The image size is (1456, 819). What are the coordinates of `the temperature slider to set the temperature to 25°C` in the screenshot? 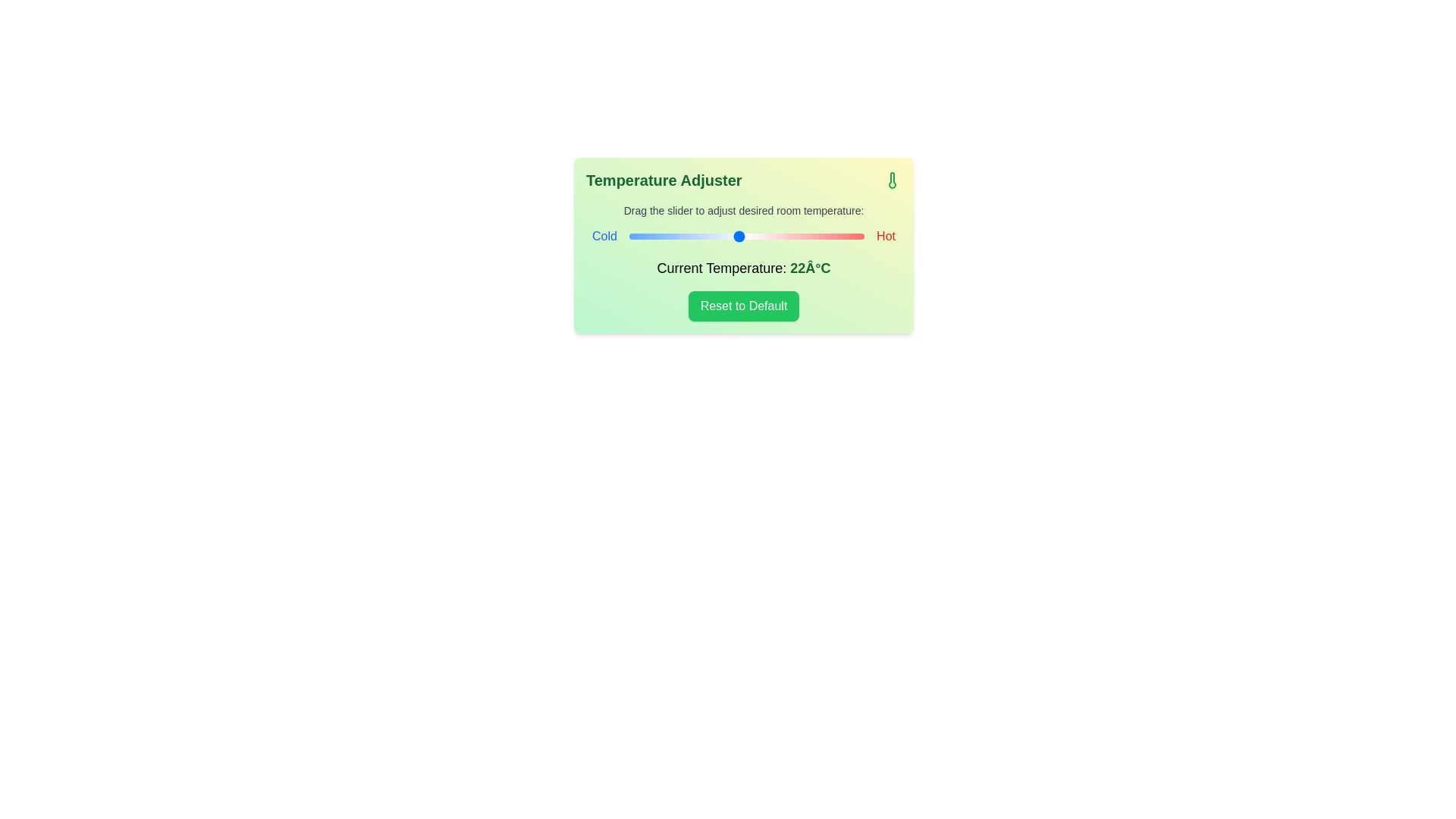 It's located at (786, 237).